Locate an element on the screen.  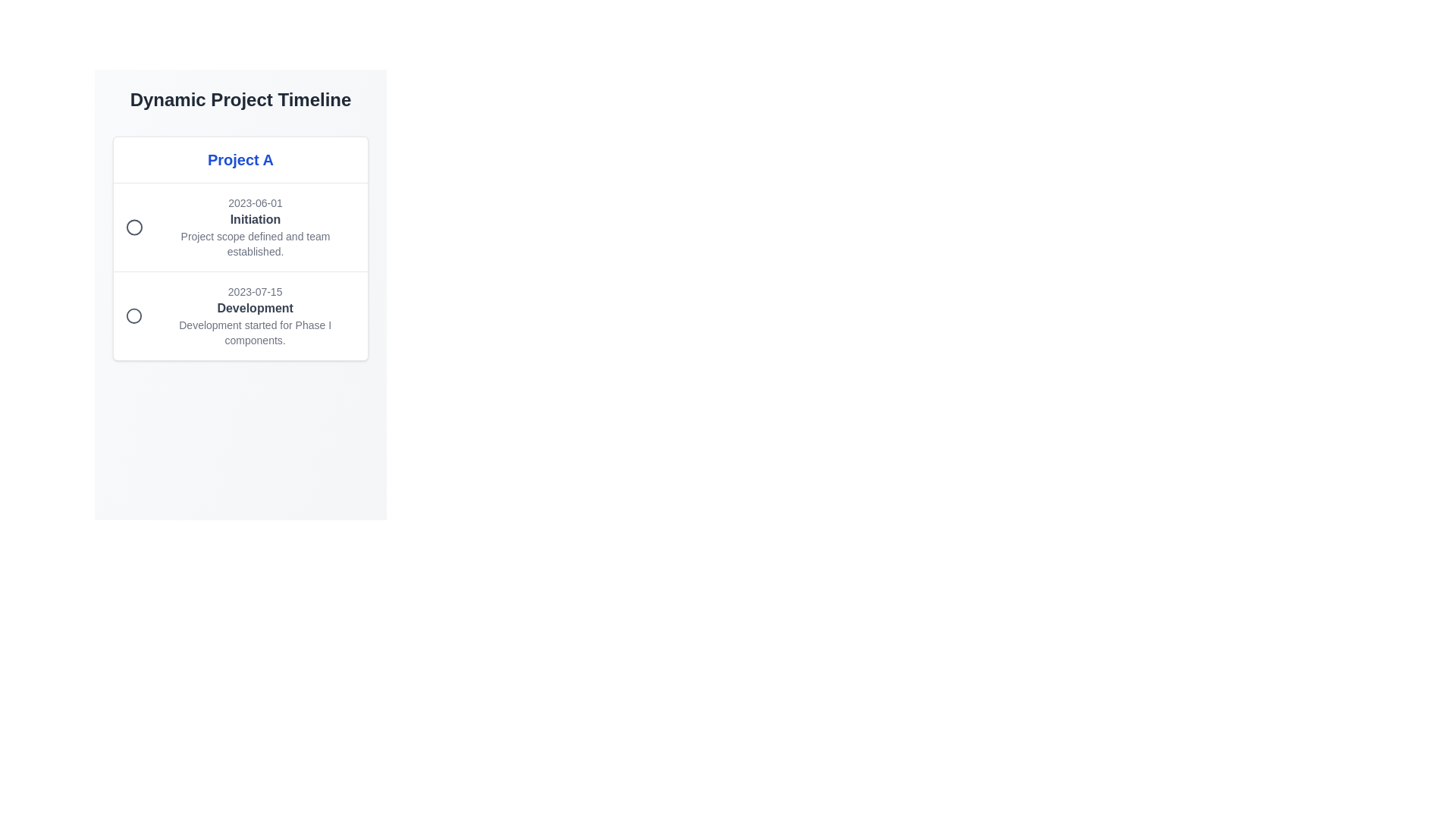
the static text label displaying 'Initiation', which is part of the timeline interface, located between the date '2023-06-01' and the description text 'Project scope defined and team established.' is located at coordinates (255, 219).